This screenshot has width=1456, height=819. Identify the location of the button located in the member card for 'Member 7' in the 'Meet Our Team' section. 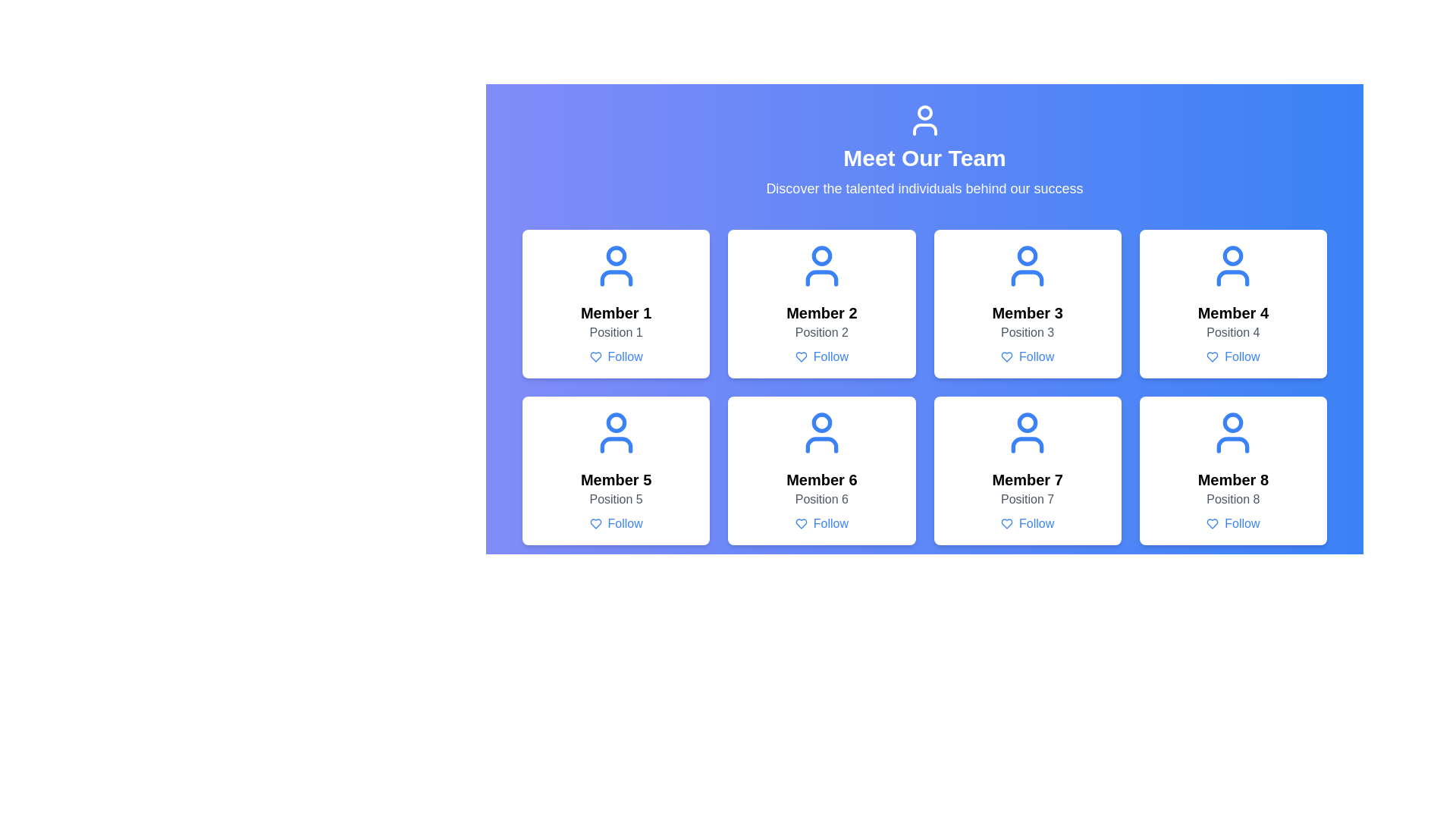
(1036, 522).